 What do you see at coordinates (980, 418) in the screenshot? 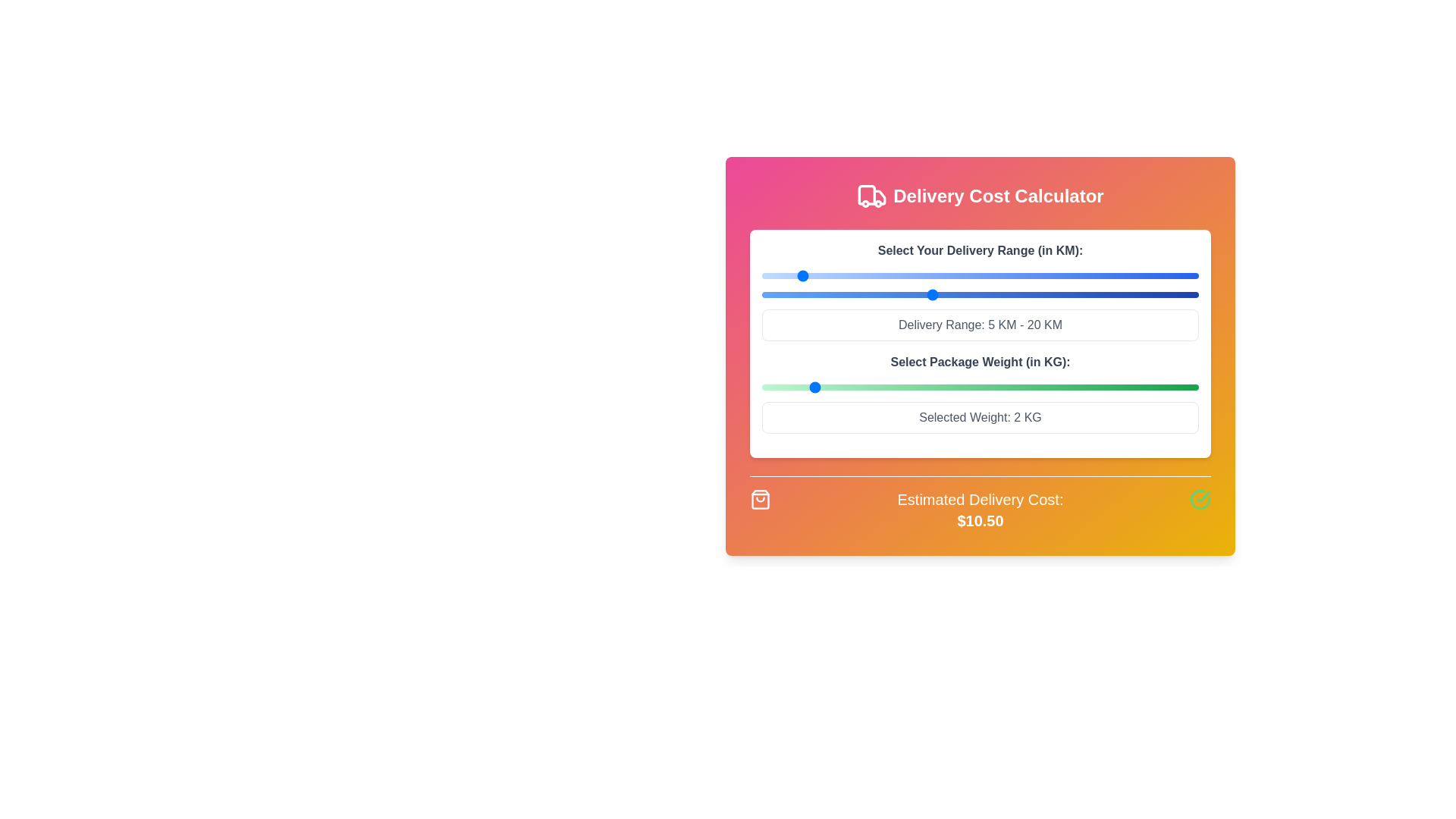
I see `the Text Label that displays 'Selected Weight: 2 KG', which has a white background and a light gray border, located below the green slider bar in the 'Select Package Weight (in KG):' section` at bounding box center [980, 418].